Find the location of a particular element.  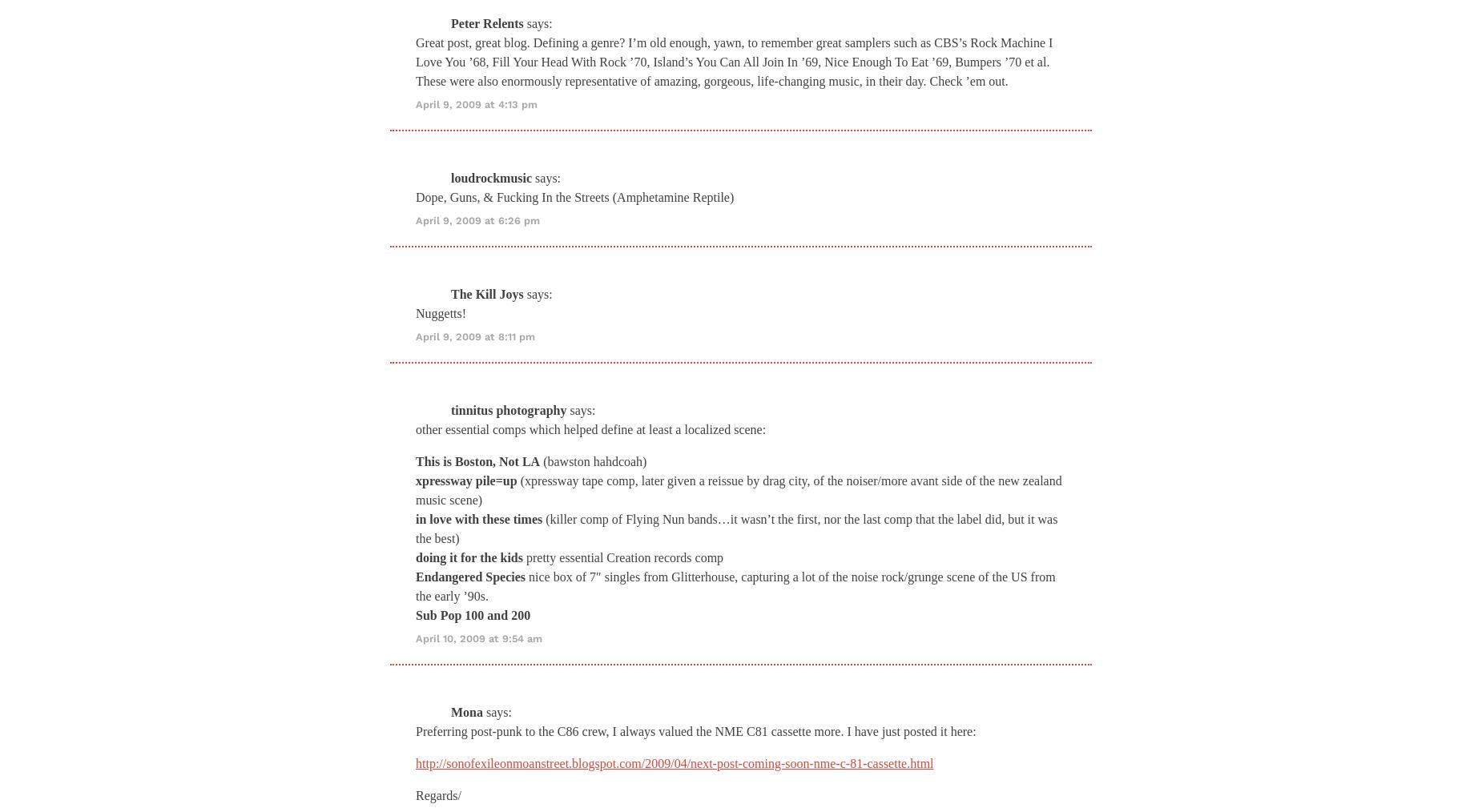

'other essential comps which helped define at least a localized scene:' is located at coordinates (415, 428).